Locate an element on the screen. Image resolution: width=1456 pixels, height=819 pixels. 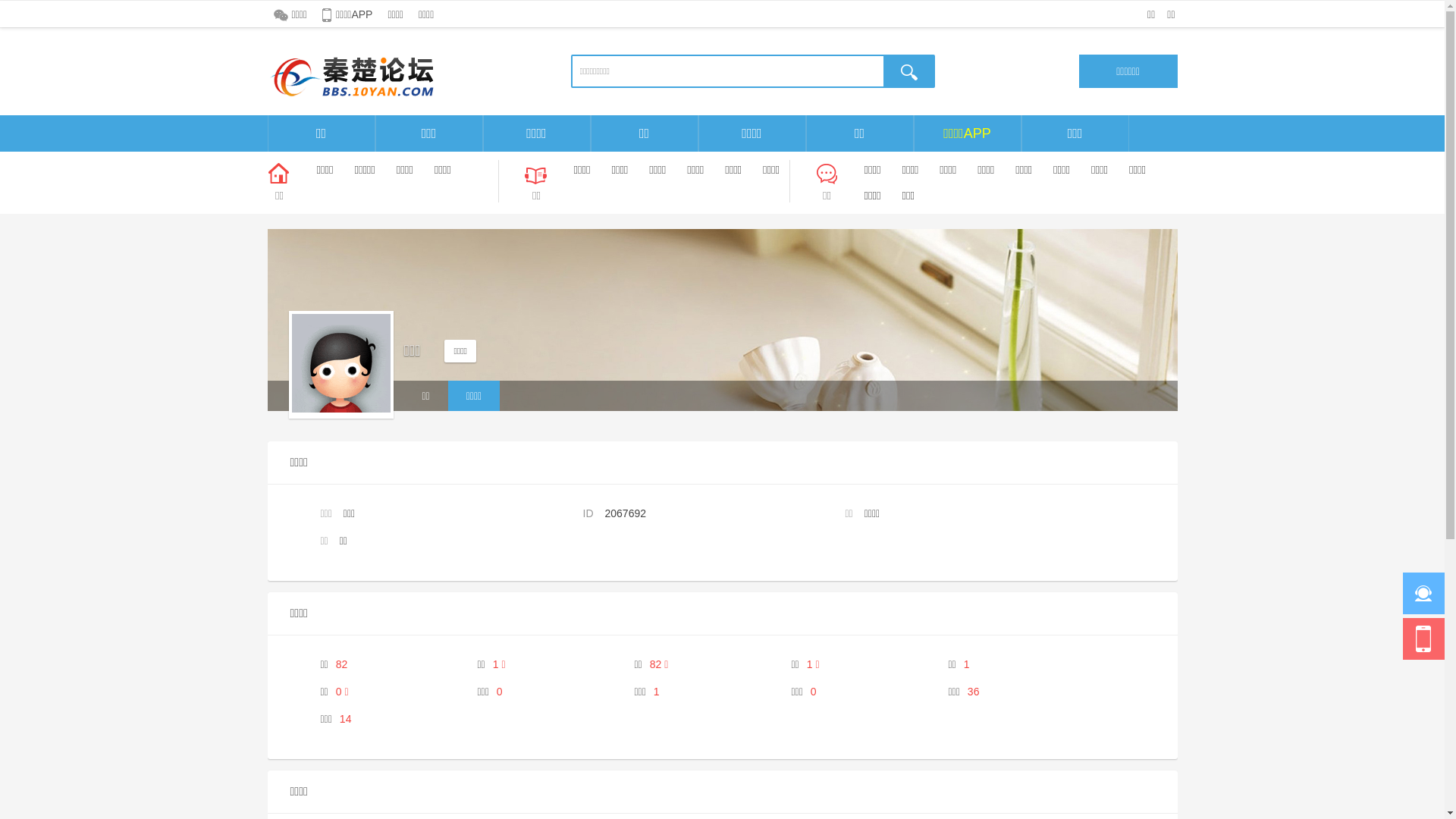
'true' is located at coordinates (909, 71).